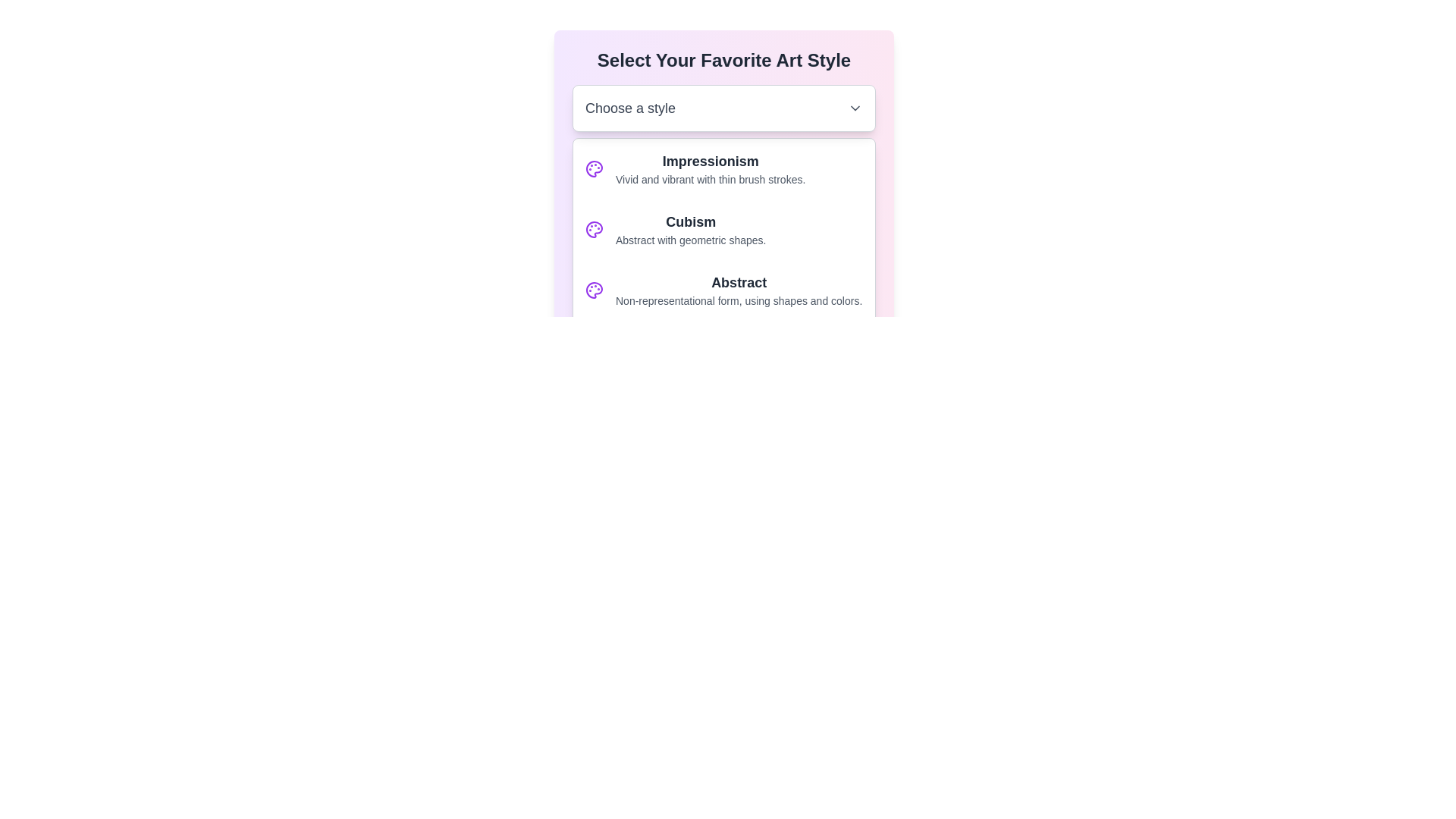  What do you see at coordinates (593, 169) in the screenshot?
I see `the 'Impressionism' icon located at the leftmost section of the first option group under the heading 'Select Your Favorite Art Style'` at bounding box center [593, 169].